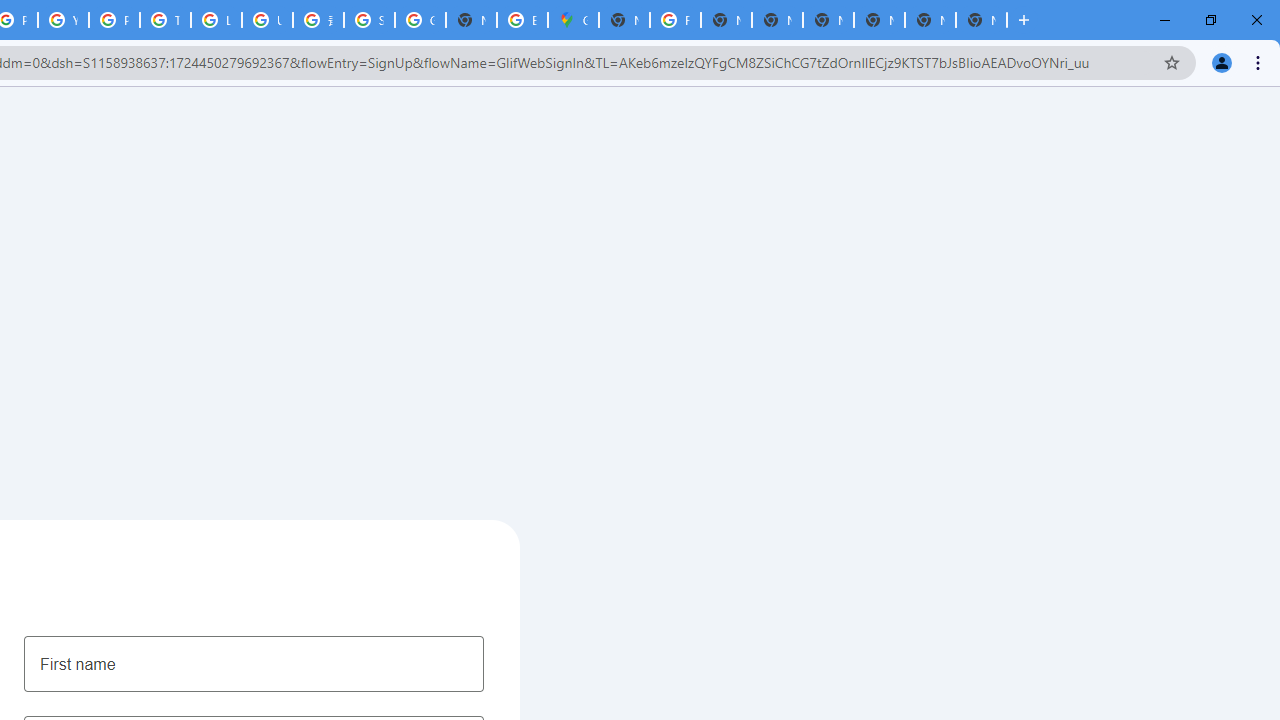 This screenshot has width=1280, height=720. Describe the element at coordinates (253, 663) in the screenshot. I see `'First name'` at that location.